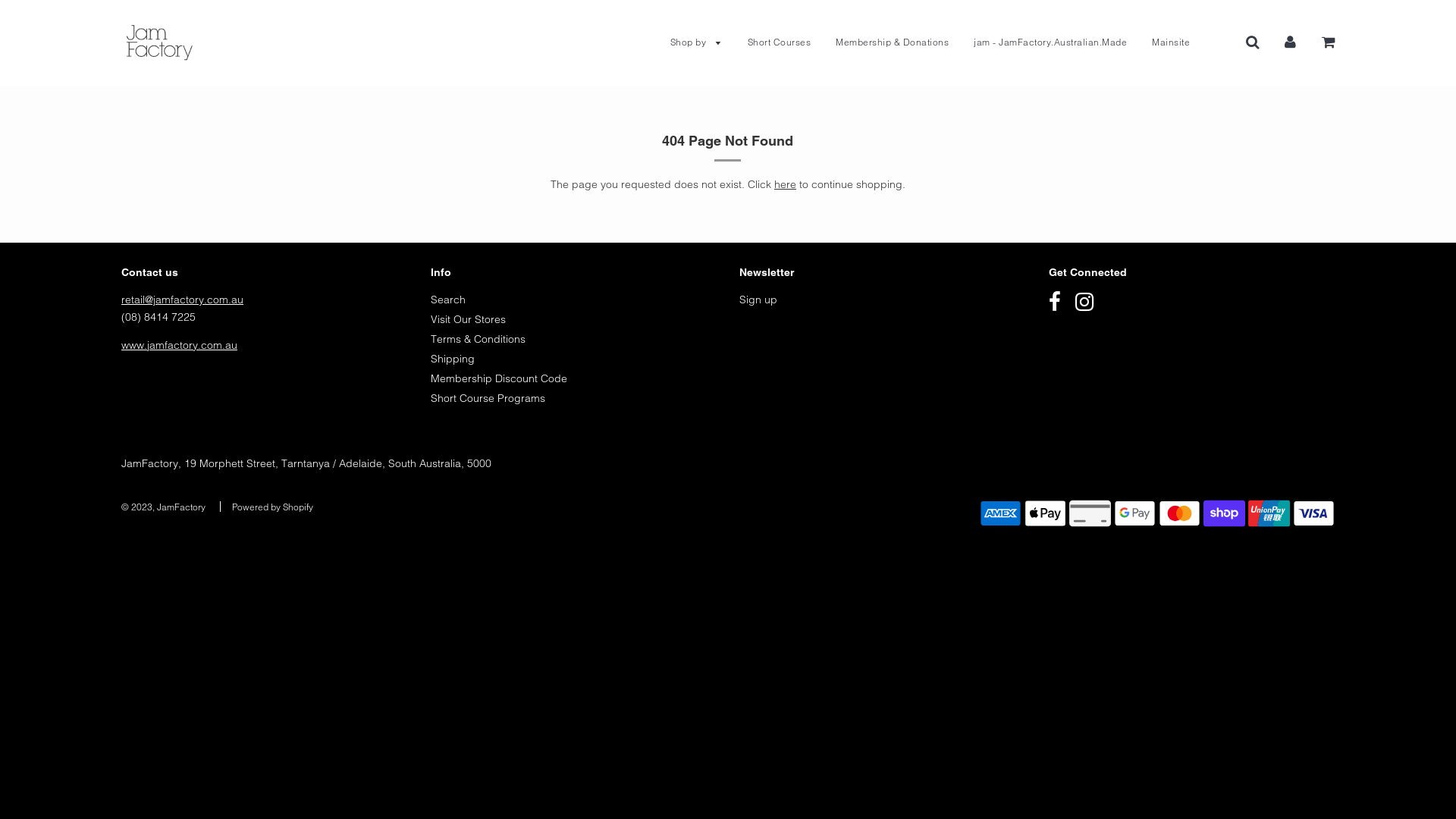 Image resolution: width=1456 pixels, height=819 pixels. What do you see at coordinates (498, 377) in the screenshot?
I see `'Membership Discount Code'` at bounding box center [498, 377].